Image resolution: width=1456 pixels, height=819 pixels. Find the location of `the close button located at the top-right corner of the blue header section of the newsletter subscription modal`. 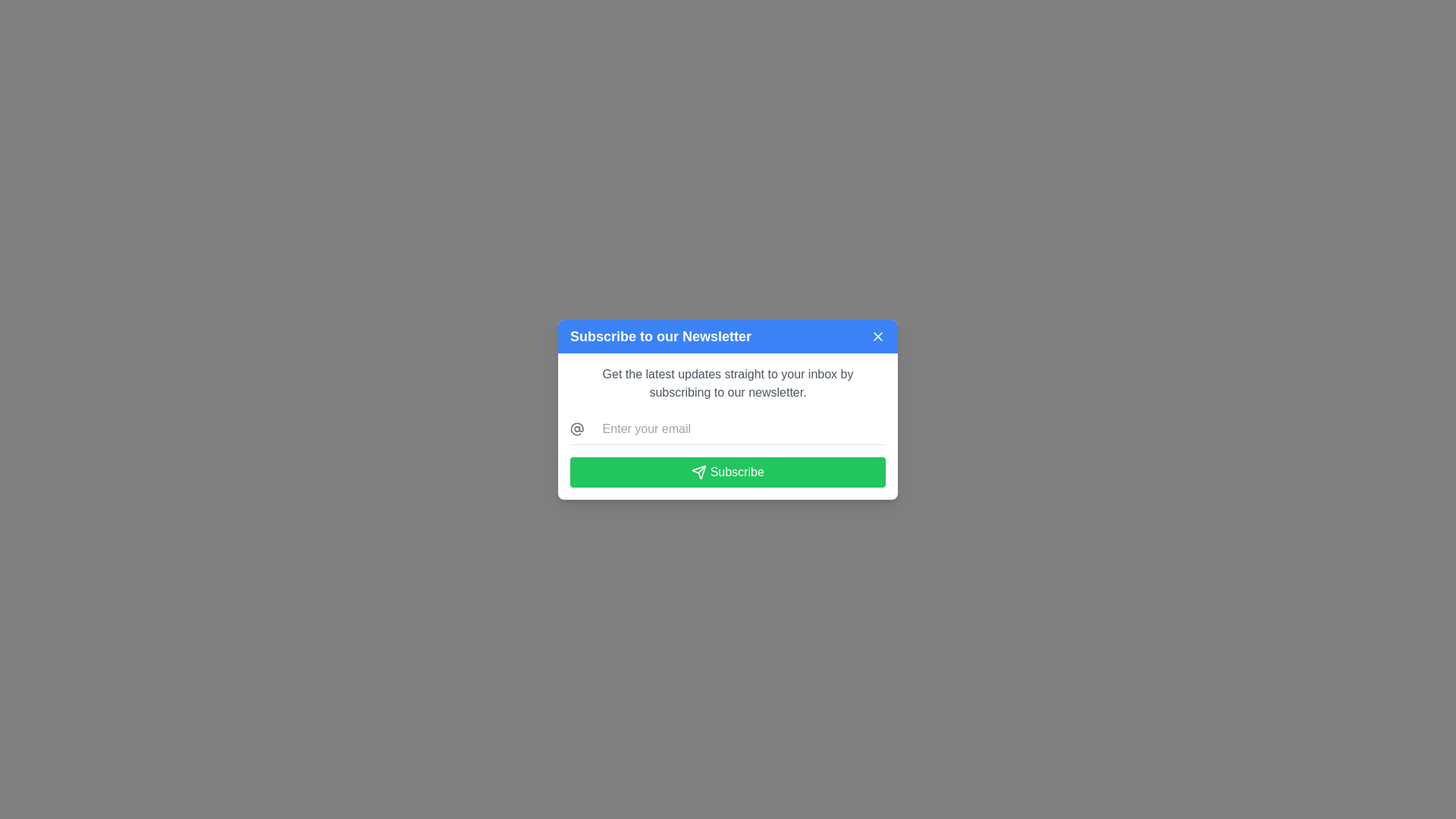

the close button located at the top-right corner of the blue header section of the newsletter subscription modal is located at coordinates (877, 335).